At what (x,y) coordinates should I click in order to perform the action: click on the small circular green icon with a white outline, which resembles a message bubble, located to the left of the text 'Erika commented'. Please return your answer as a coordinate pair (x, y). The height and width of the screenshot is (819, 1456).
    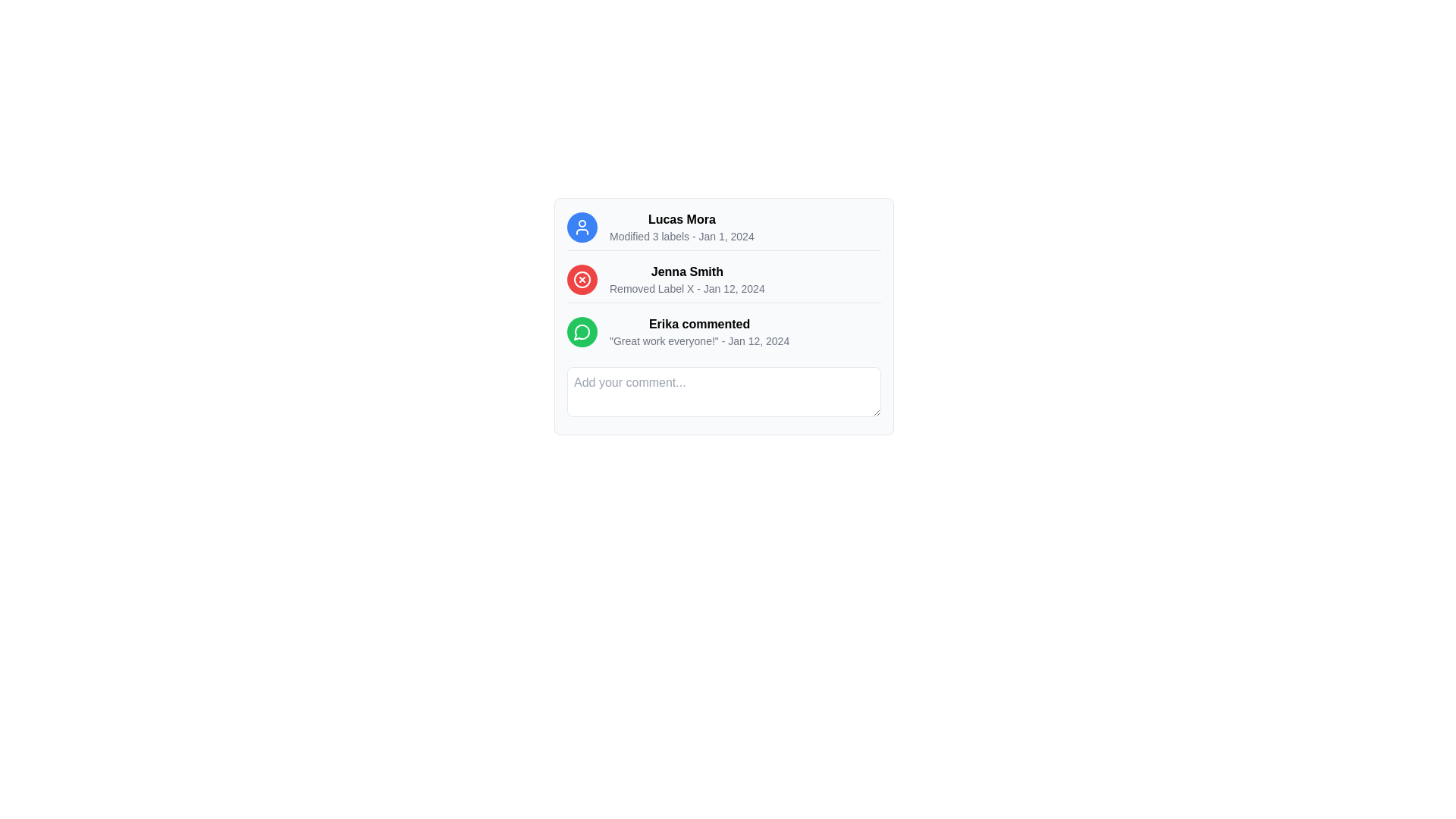
    Looking at the image, I should click on (582, 331).